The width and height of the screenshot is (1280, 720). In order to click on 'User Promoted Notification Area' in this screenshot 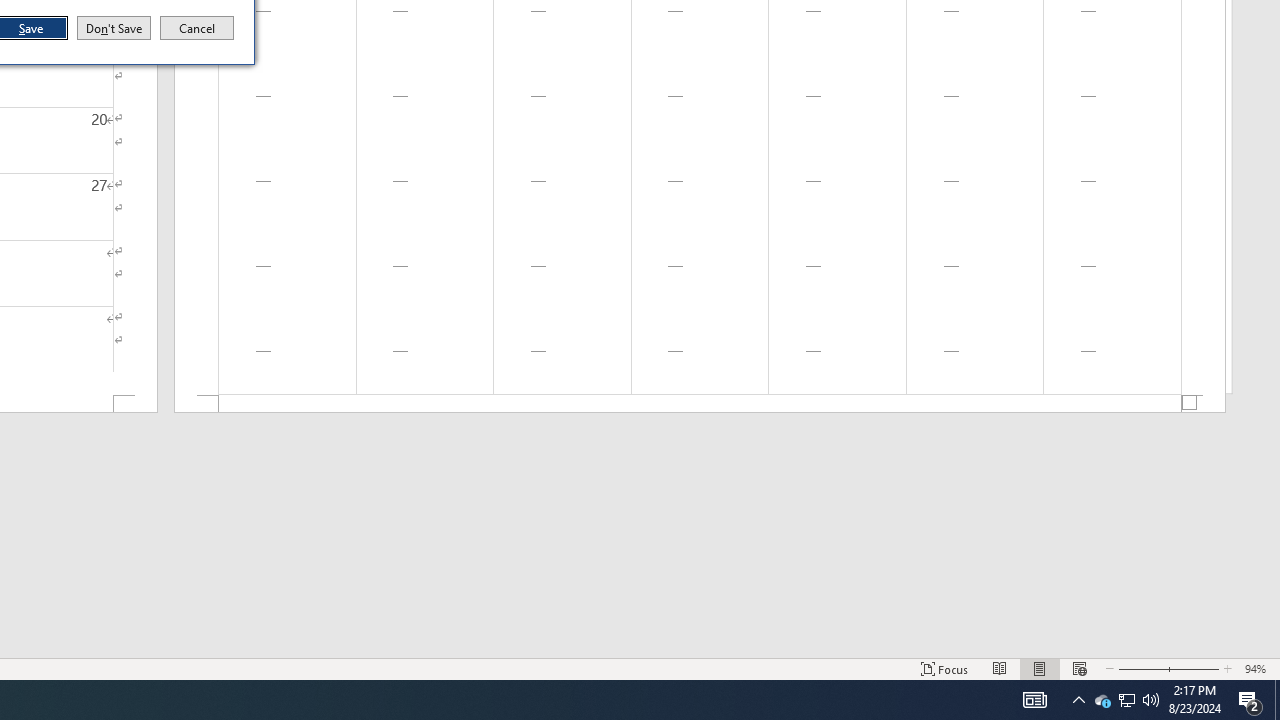, I will do `click(1127, 698)`.